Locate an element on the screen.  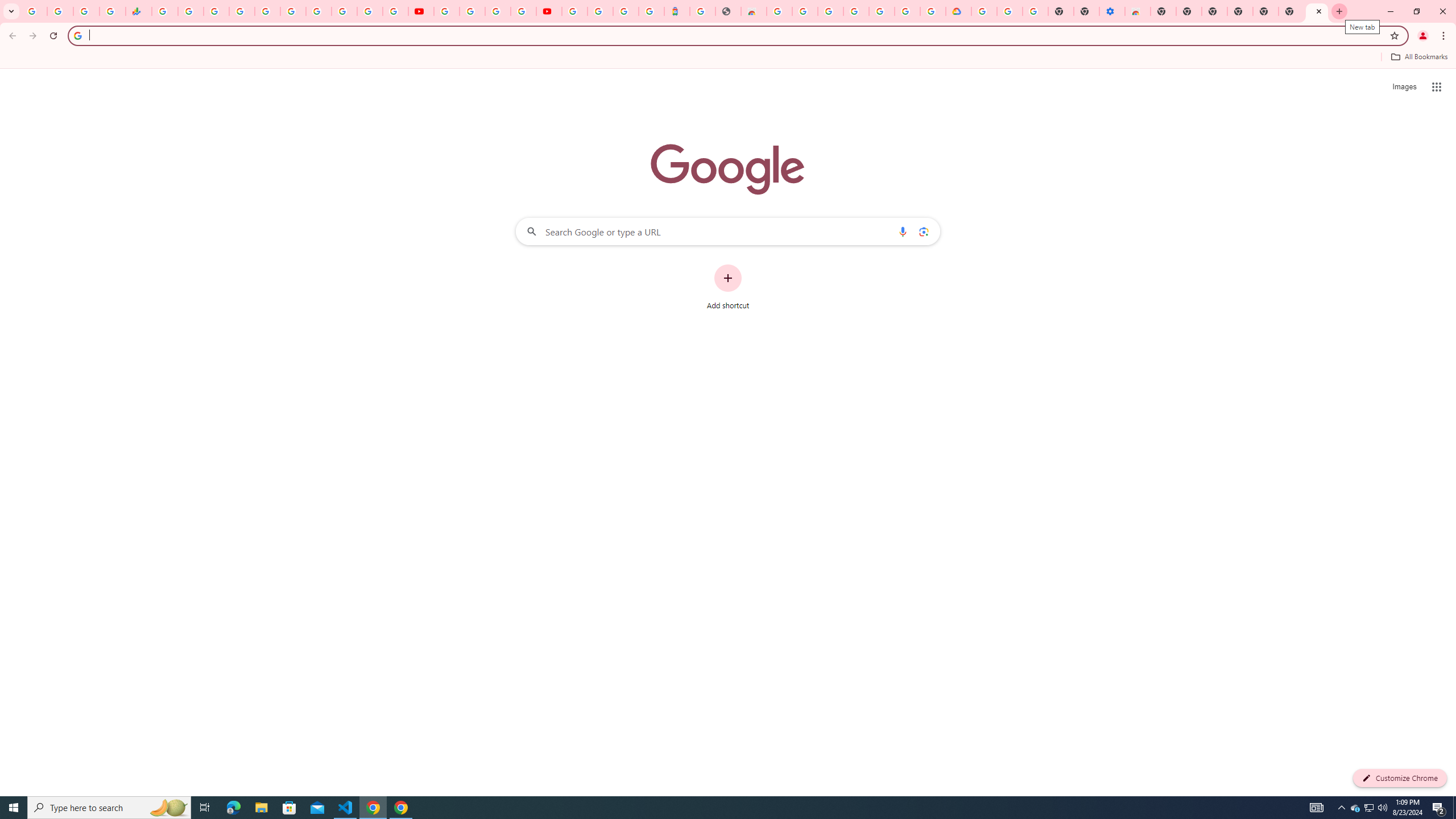
'Ad Settings' is located at coordinates (804, 11).